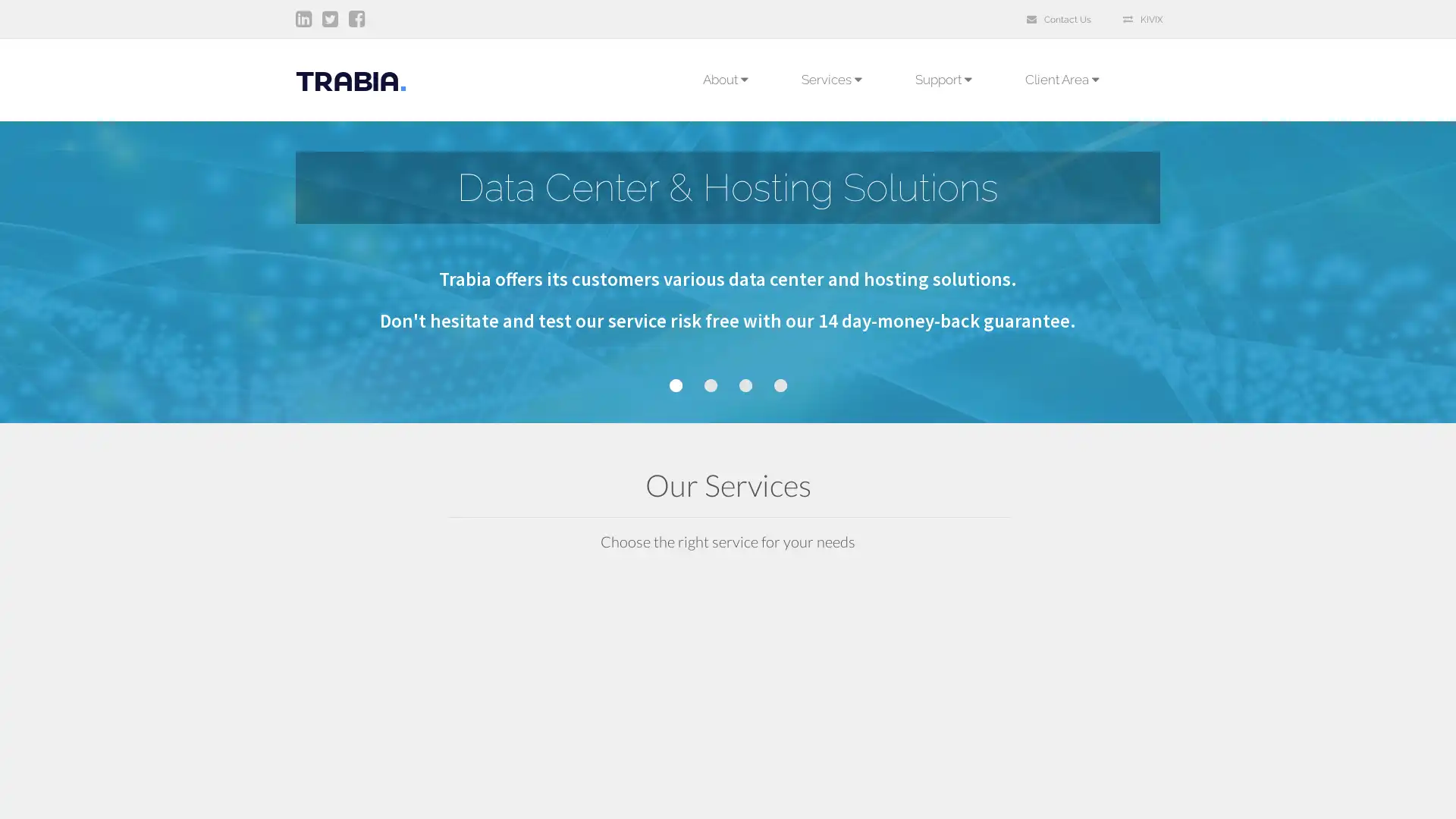 The height and width of the screenshot is (819, 1456). I want to click on Client Area, so click(1065, 79).